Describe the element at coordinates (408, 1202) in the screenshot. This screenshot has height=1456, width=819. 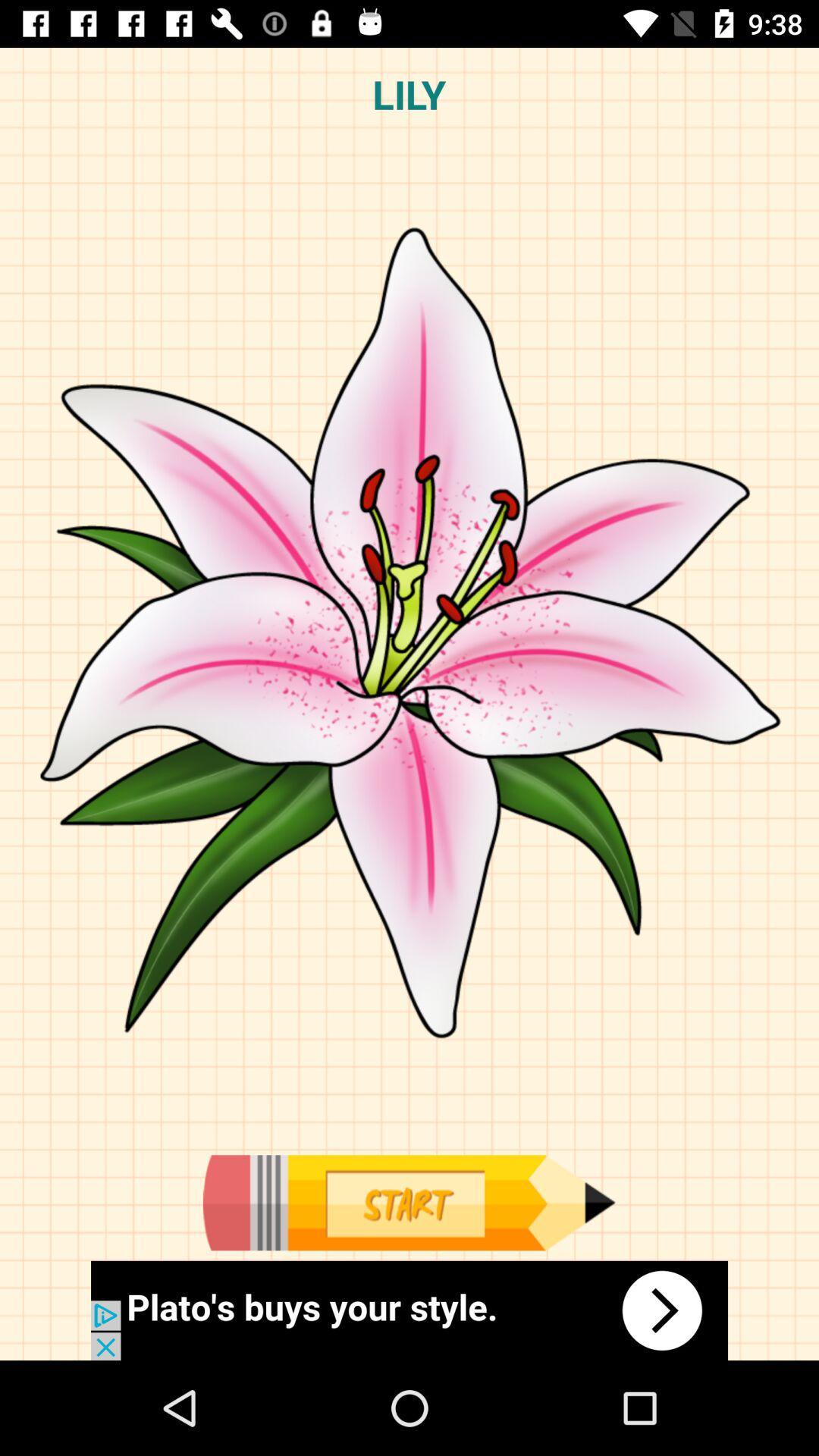
I see `start drawing` at that location.